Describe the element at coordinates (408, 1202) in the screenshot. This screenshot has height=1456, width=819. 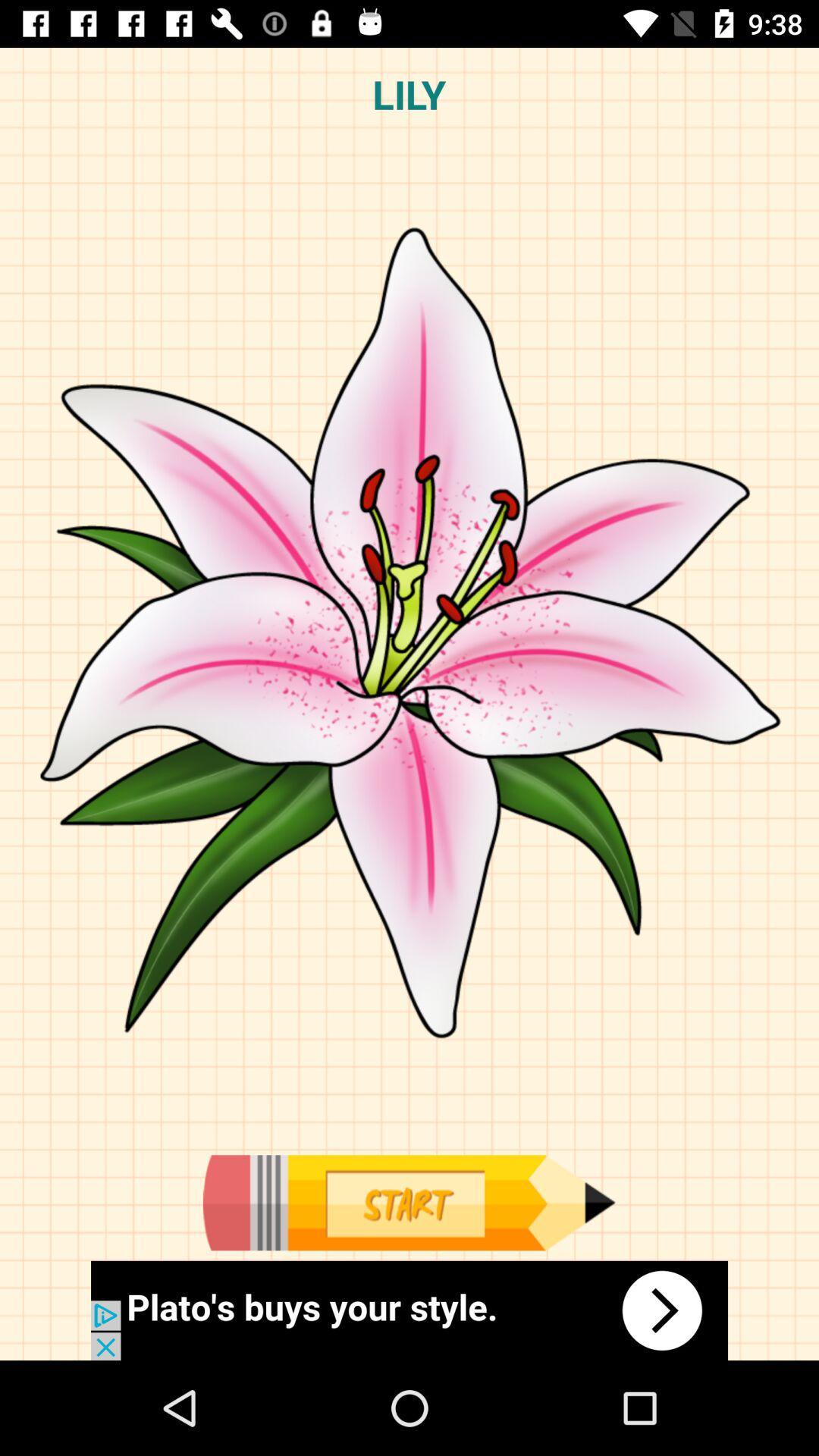
I see `start drawing` at that location.